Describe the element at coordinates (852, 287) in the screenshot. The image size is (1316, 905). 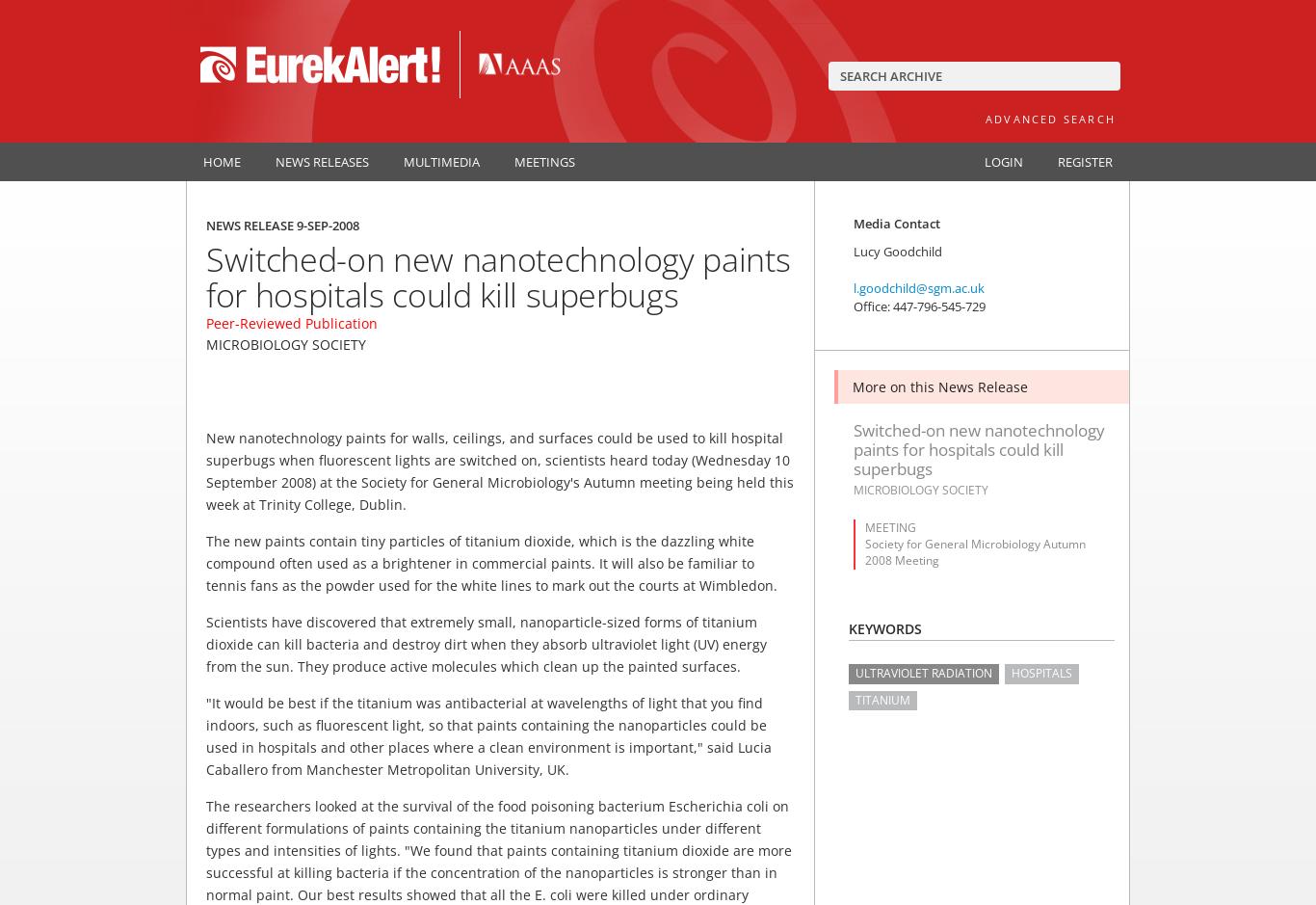
I see `'l.goodchild@sgm.ac.uk'` at that location.